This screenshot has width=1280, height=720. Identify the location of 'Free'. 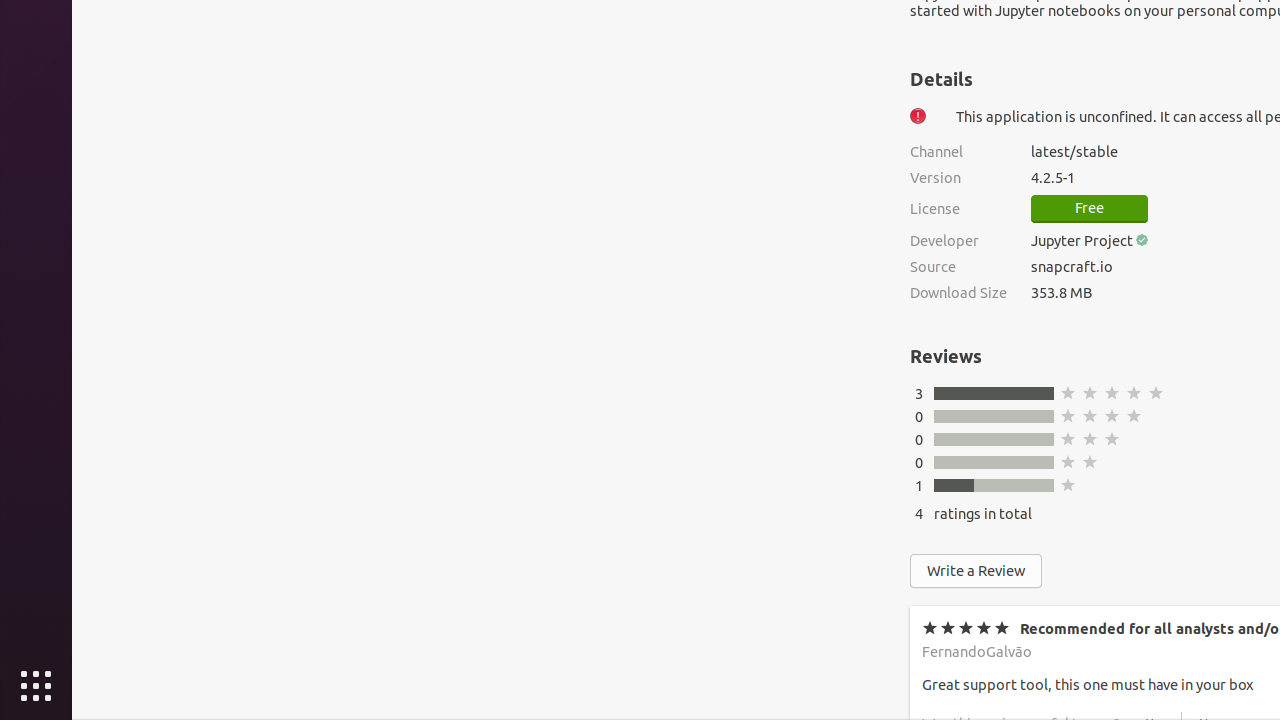
(1088, 209).